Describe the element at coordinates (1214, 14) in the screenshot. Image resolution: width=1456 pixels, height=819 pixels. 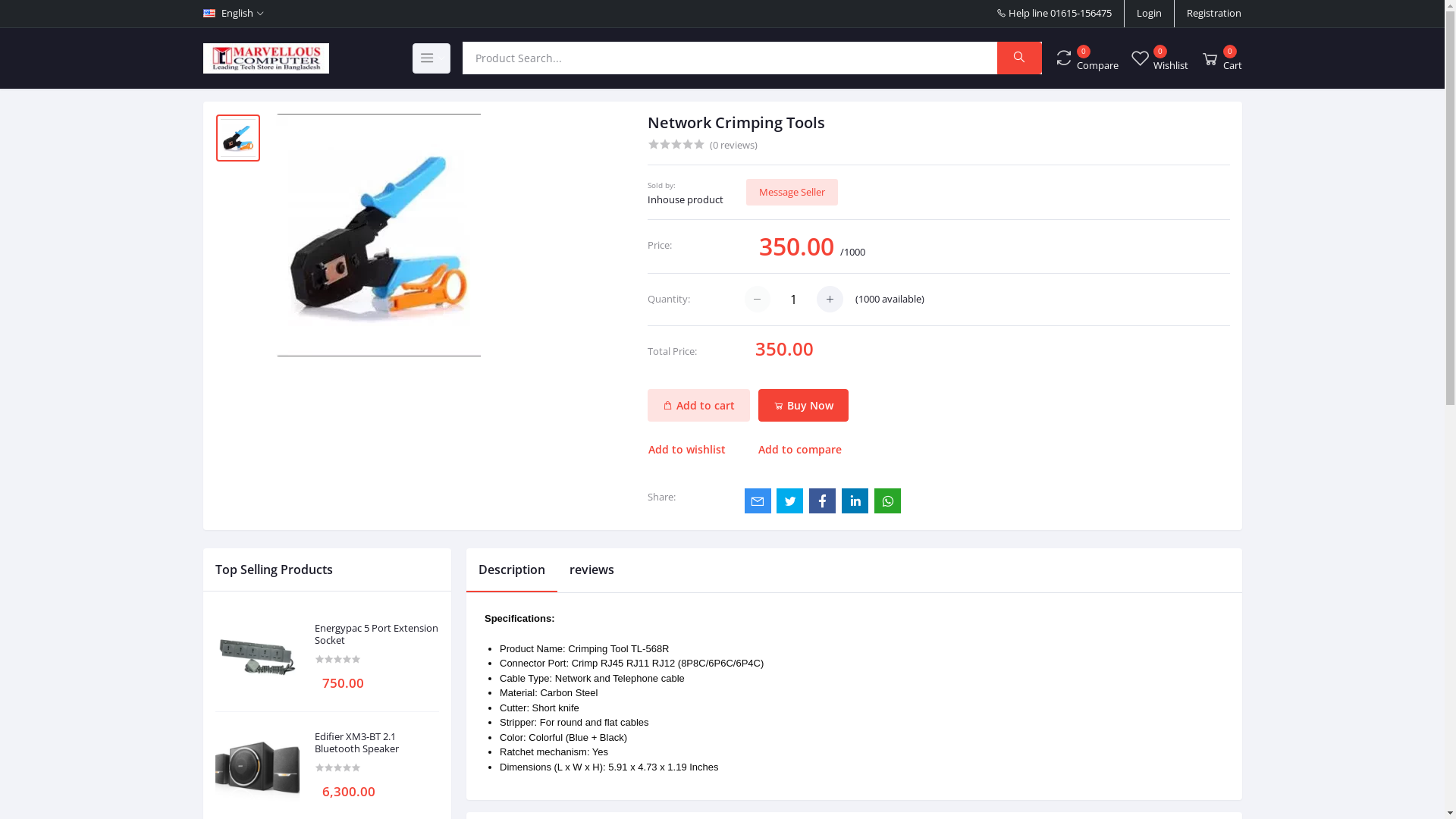
I see `'Registration'` at that location.